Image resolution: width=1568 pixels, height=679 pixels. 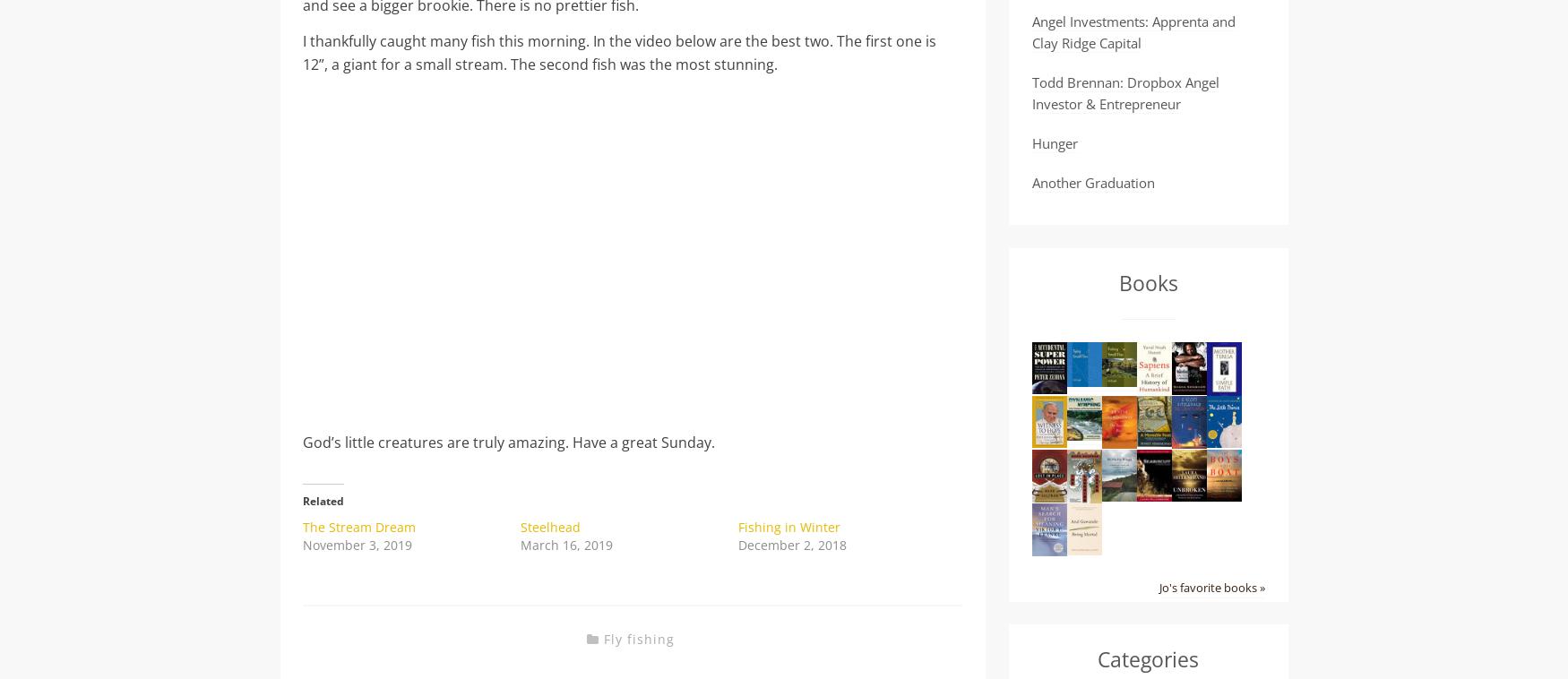 I want to click on 'Todd Brennan: Dropbox Angel Investor & Entrepreneur', so click(x=1124, y=91).